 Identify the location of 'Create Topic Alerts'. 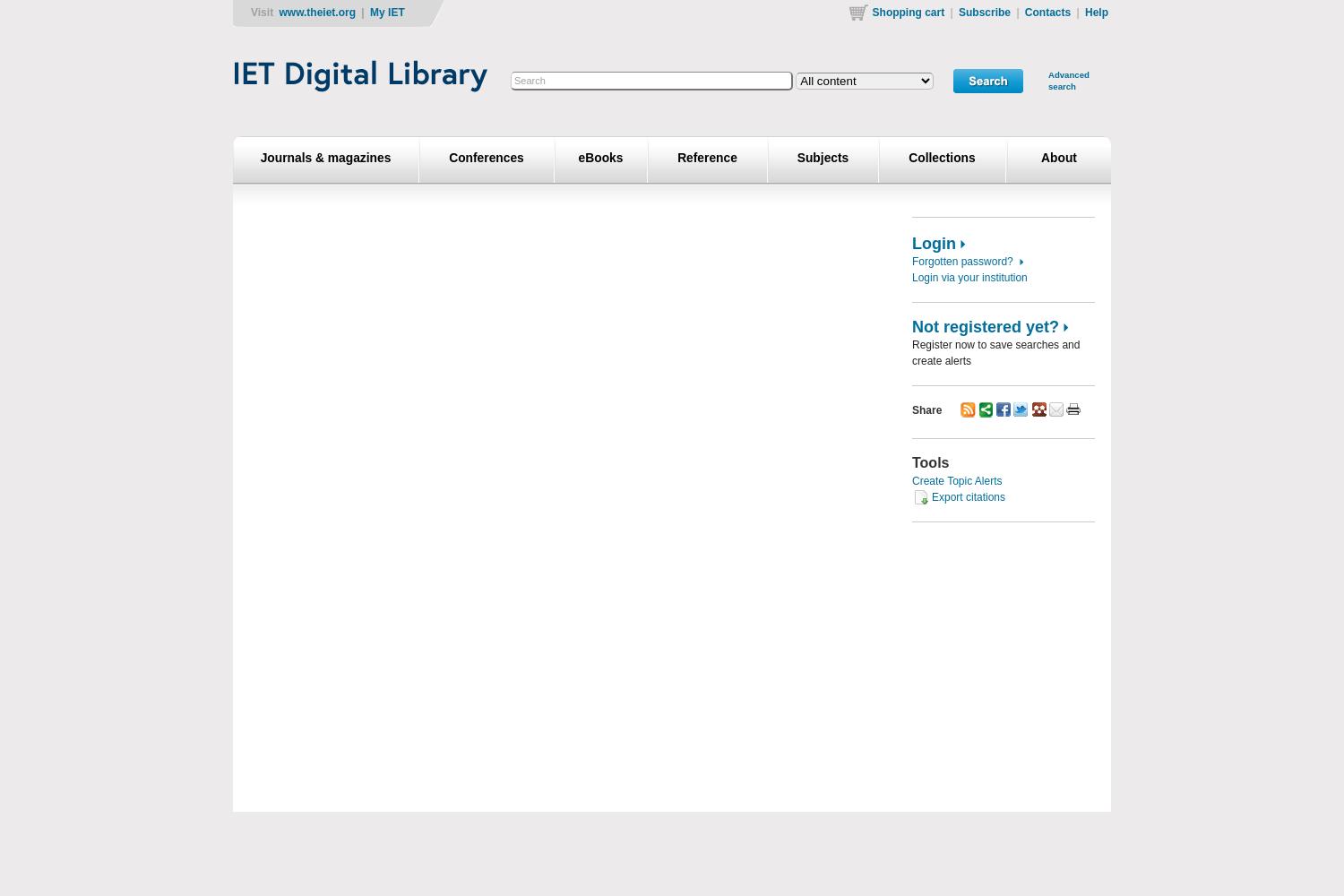
(956, 481).